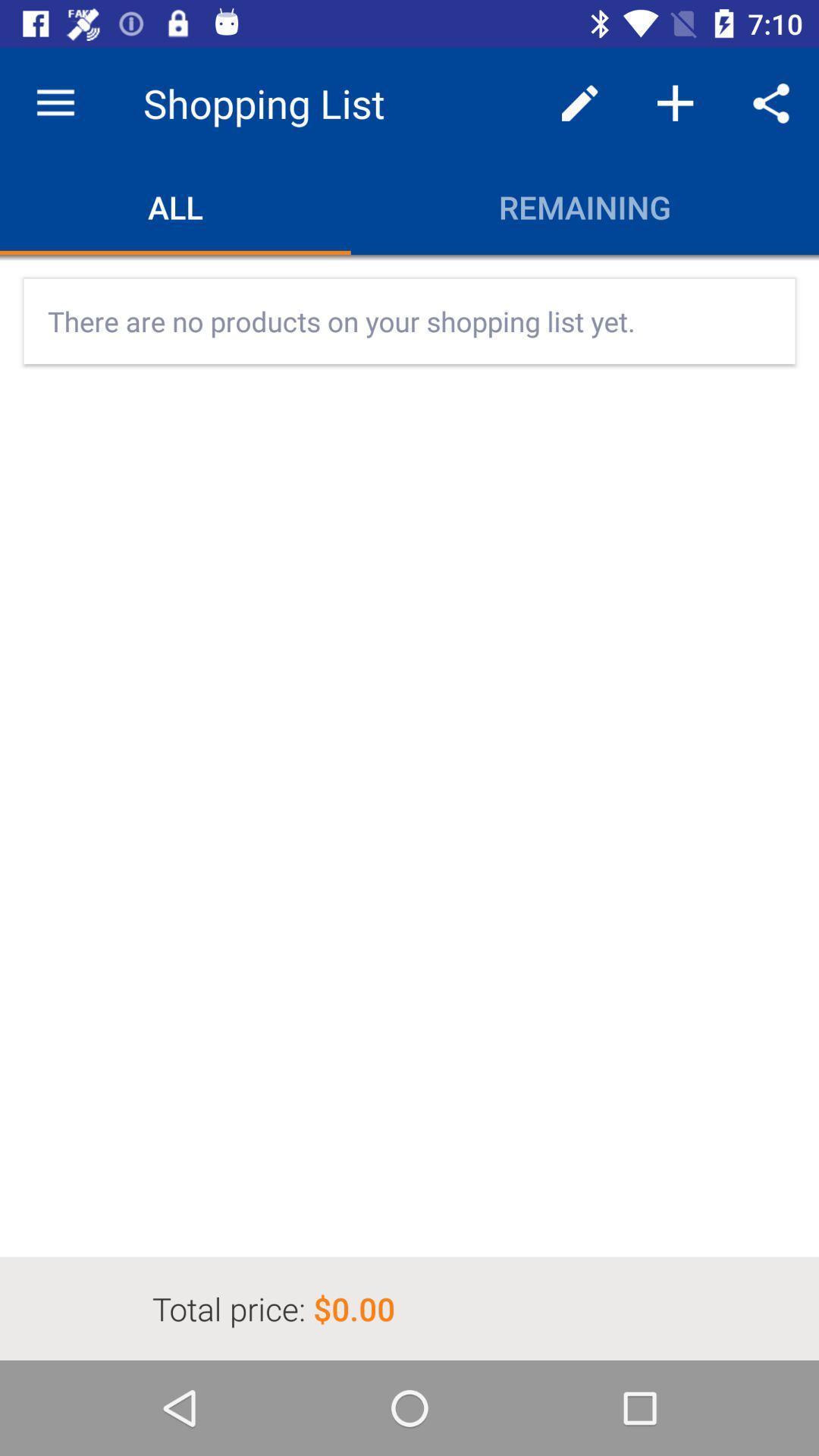  I want to click on icon above all, so click(55, 102).